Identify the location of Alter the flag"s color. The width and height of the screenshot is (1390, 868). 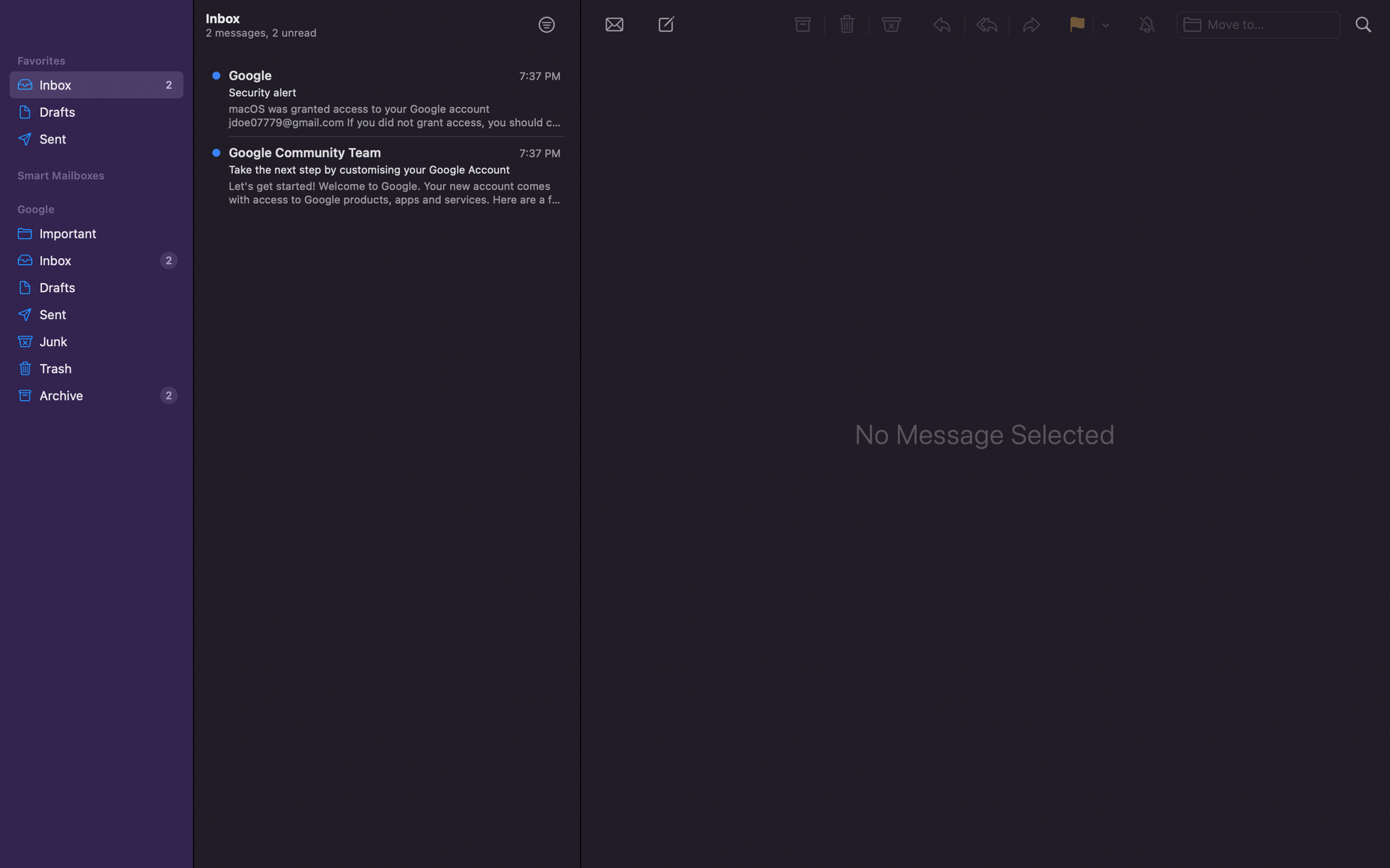
(1105, 25).